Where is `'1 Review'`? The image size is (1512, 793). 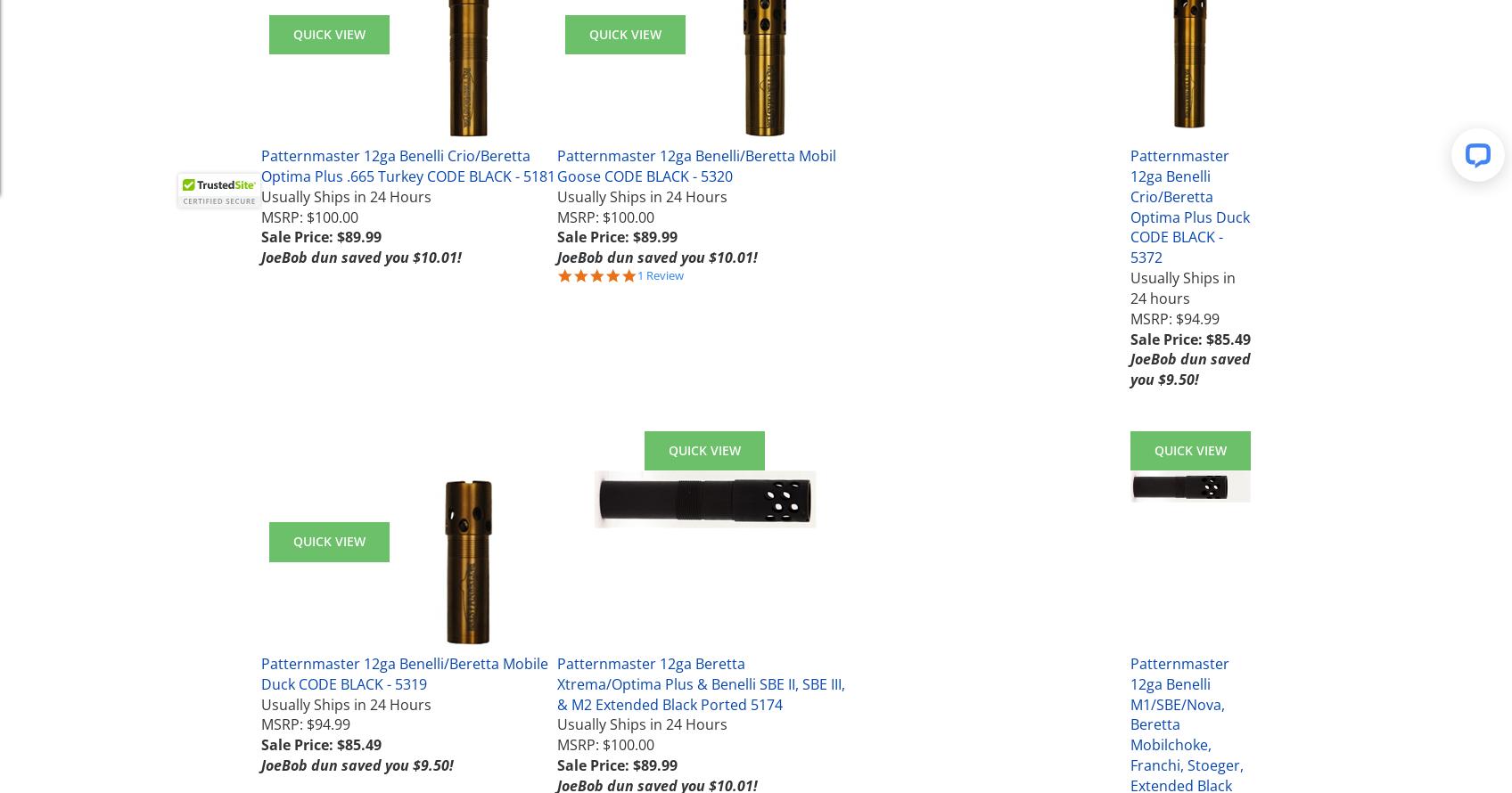 '1 Review' is located at coordinates (659, 275).